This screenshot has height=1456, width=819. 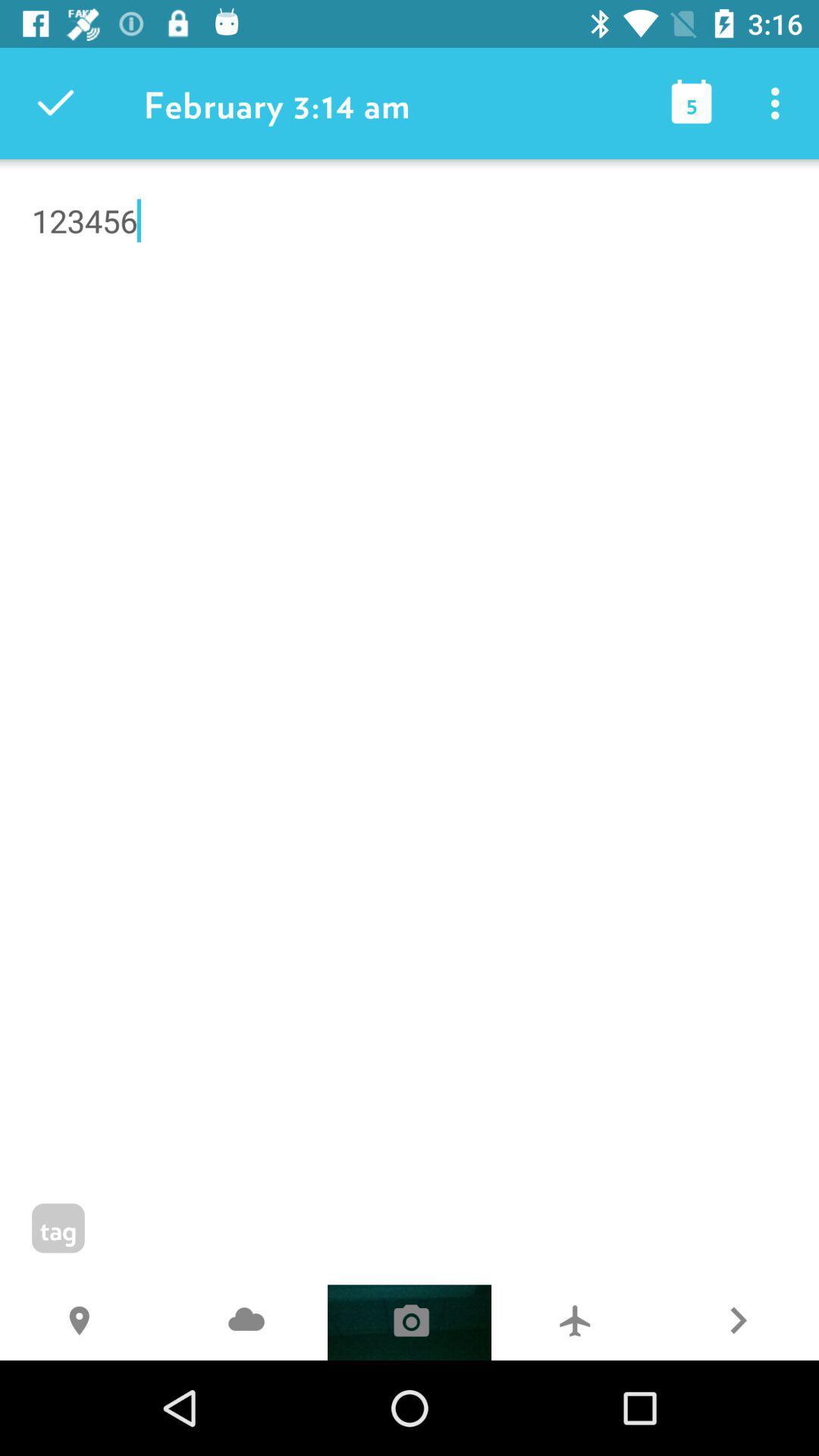 I want to click on r, so click(x=736, y=1322).